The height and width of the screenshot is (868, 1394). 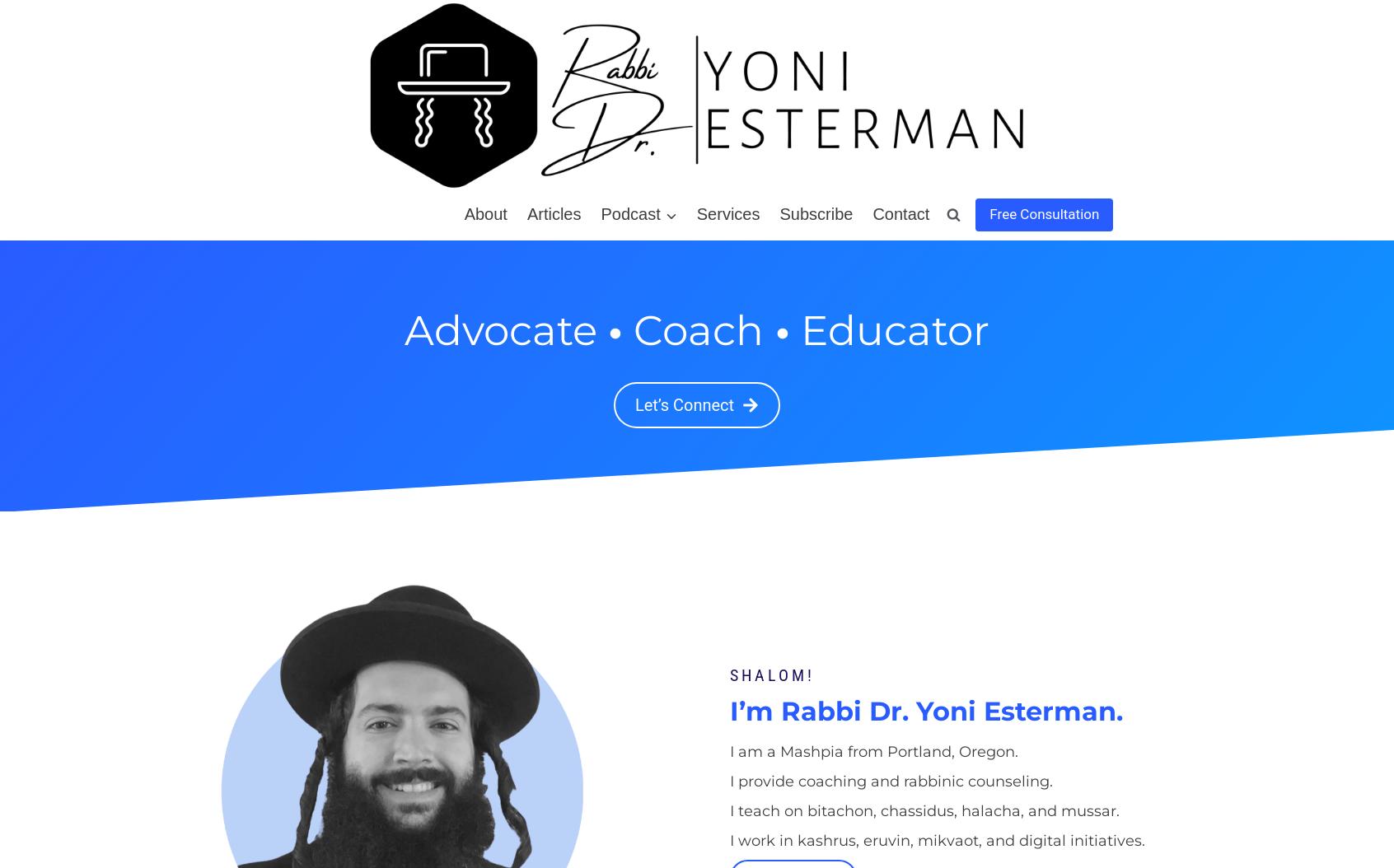 What do you see at coordinates (693, 329) in the screenshot?
I see `'Coach'` at bounding box center [693, 329].